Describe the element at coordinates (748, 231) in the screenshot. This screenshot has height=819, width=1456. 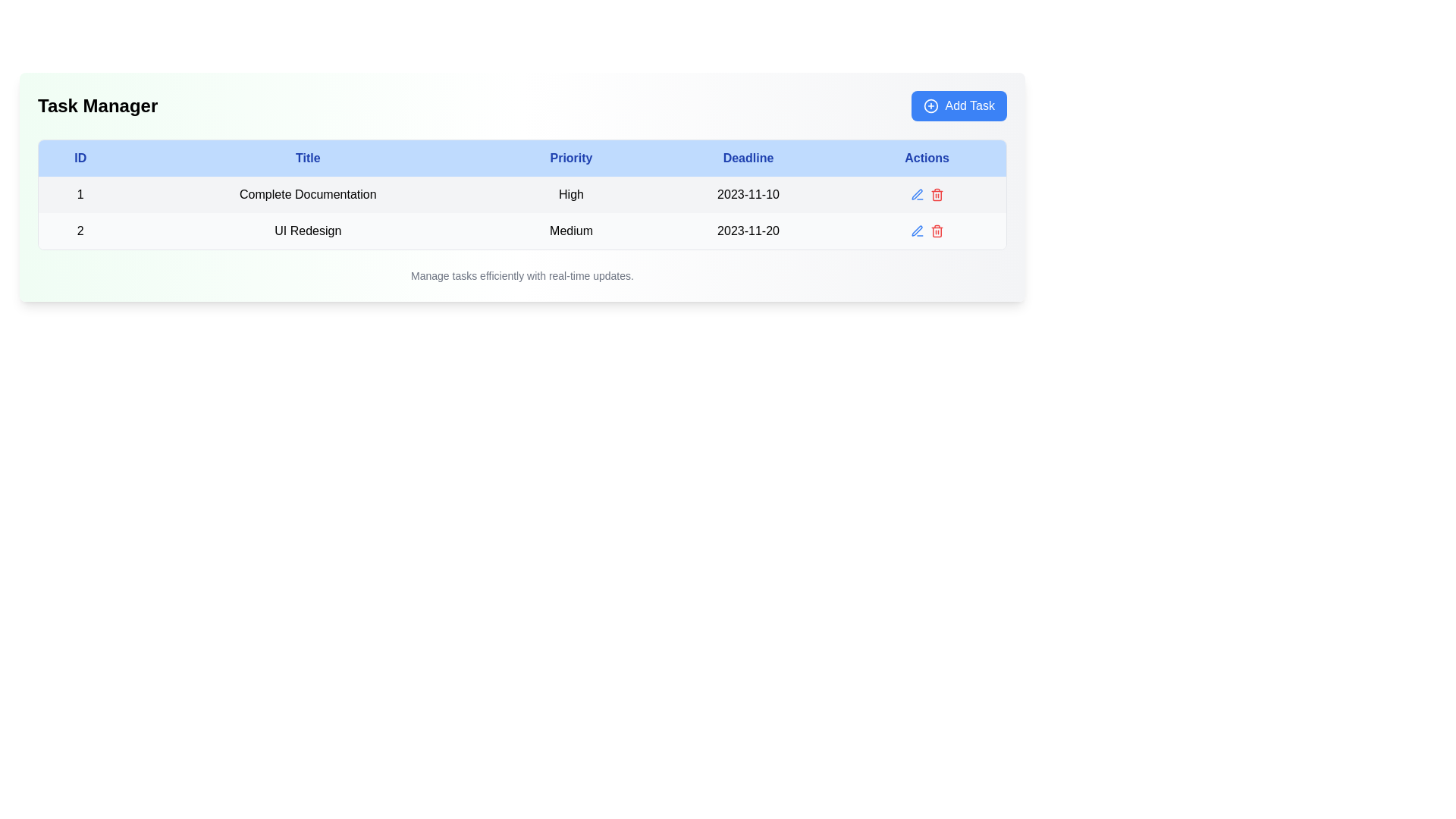
I see `the static text label displaying the date '2023-11-20' in the 'Deadline' column of the table for the task 'UI Redesign'` at that location.